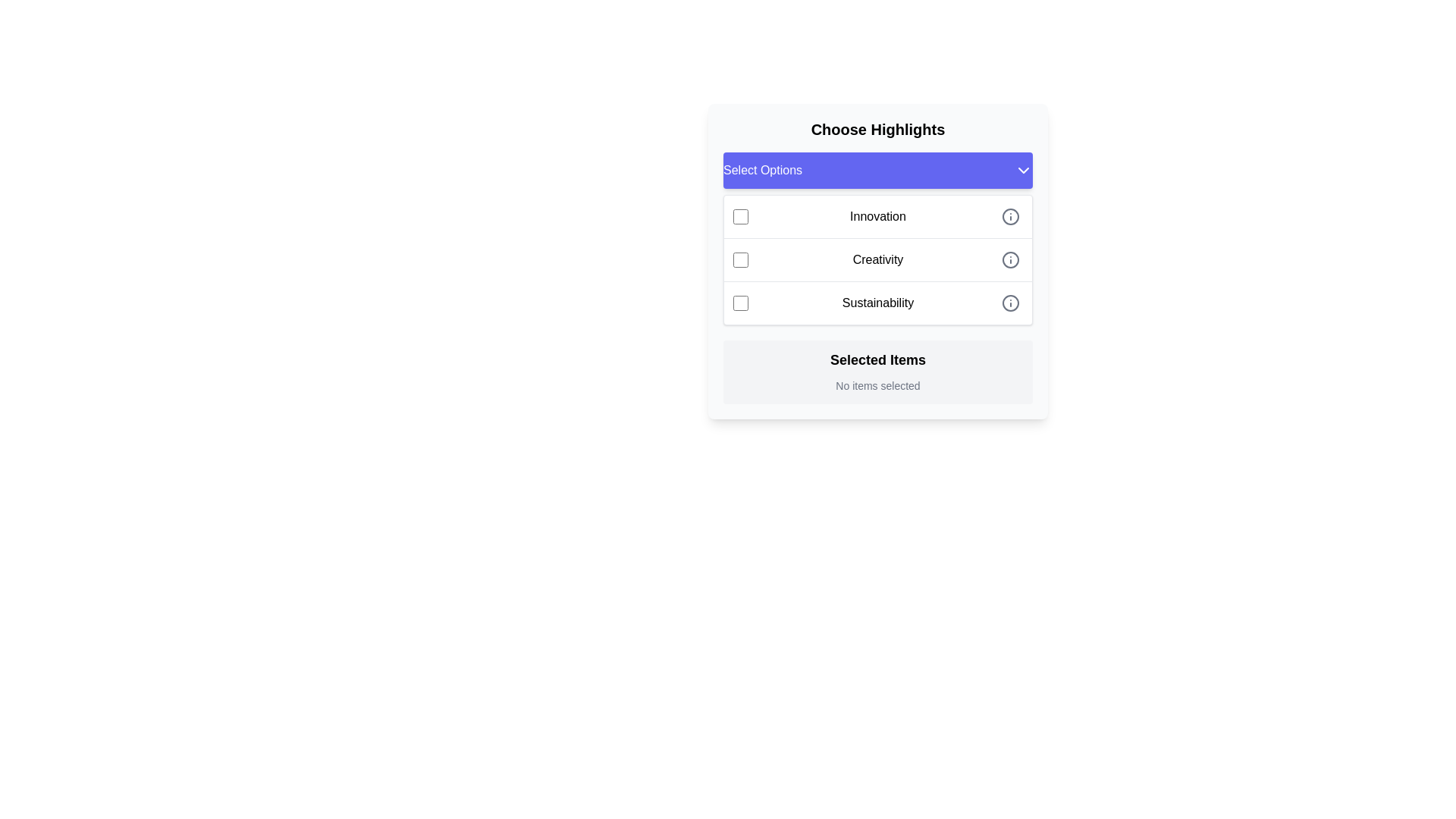  I want to click on the 'Sustainability' checkbox located, so click(741, 303).